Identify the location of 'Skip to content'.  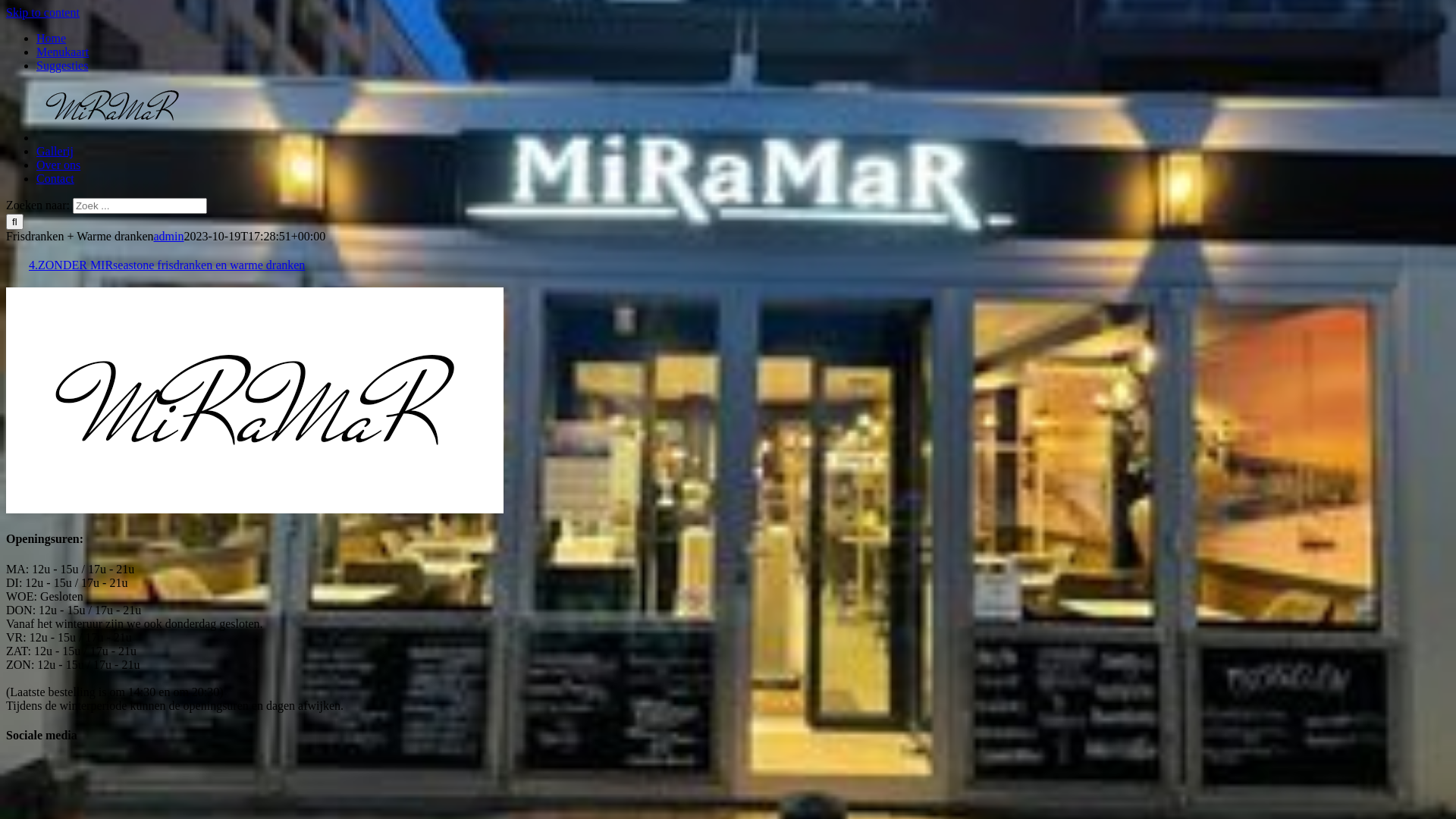
(42, 12).